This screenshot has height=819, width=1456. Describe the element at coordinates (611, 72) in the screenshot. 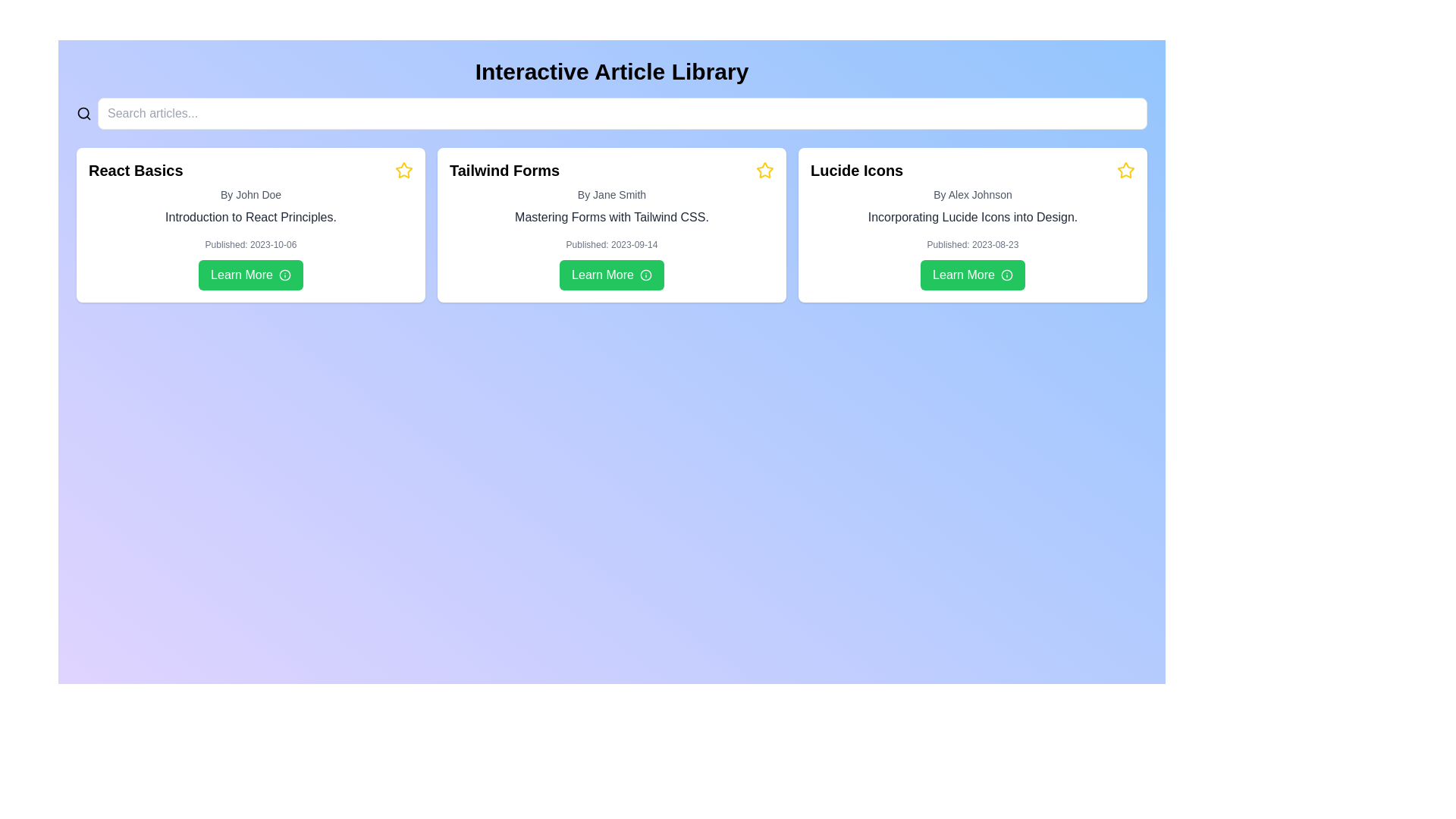

I see `the page header indicating the purpose of the interactive article library, located at the top-center of the interface` at that location.